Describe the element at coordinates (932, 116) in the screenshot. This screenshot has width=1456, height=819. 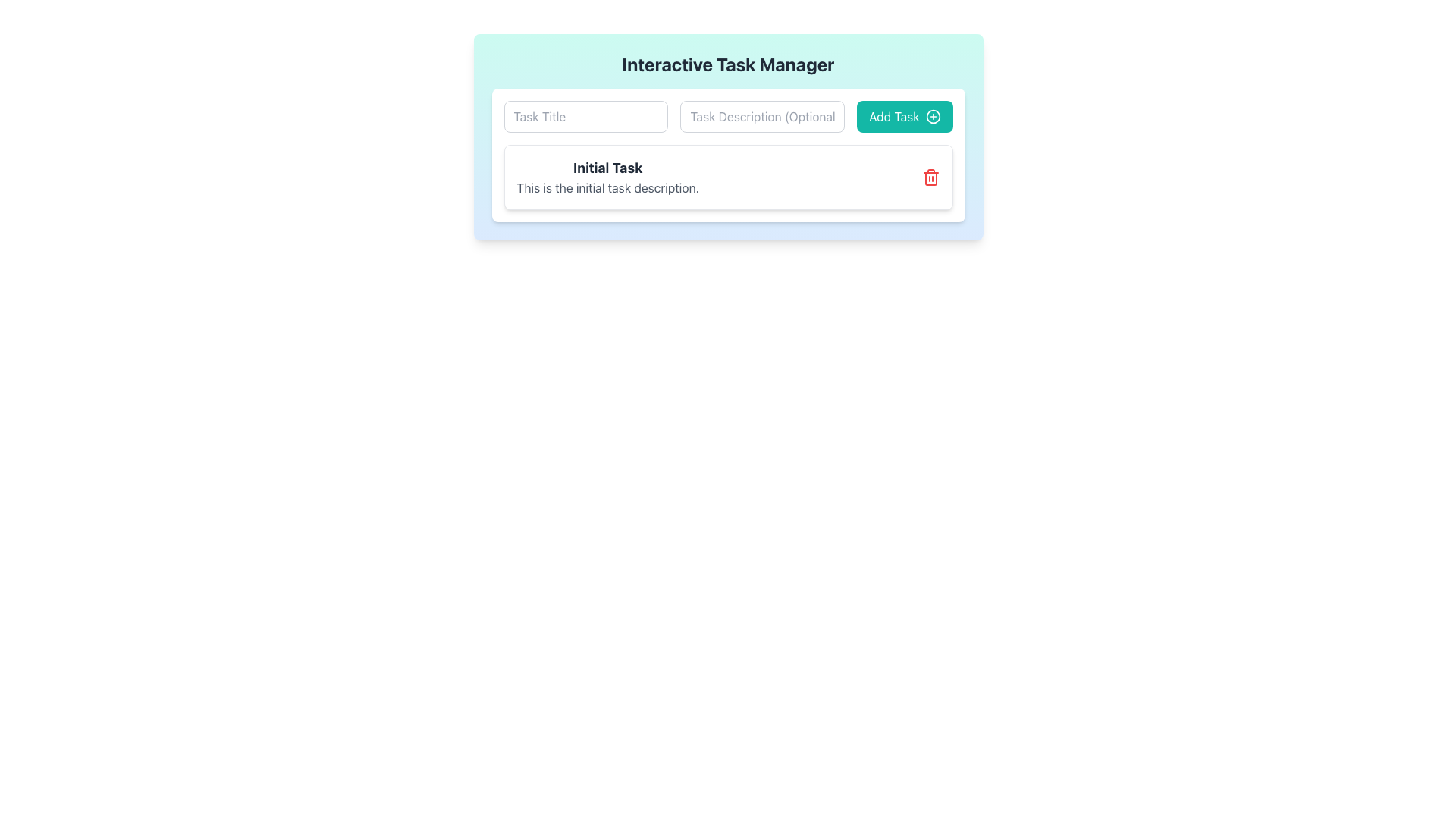
I see `the circular graphic representing a '+' symbol within the SVG icon, which is positioned to the right of the 'Add Task' button` at that location.